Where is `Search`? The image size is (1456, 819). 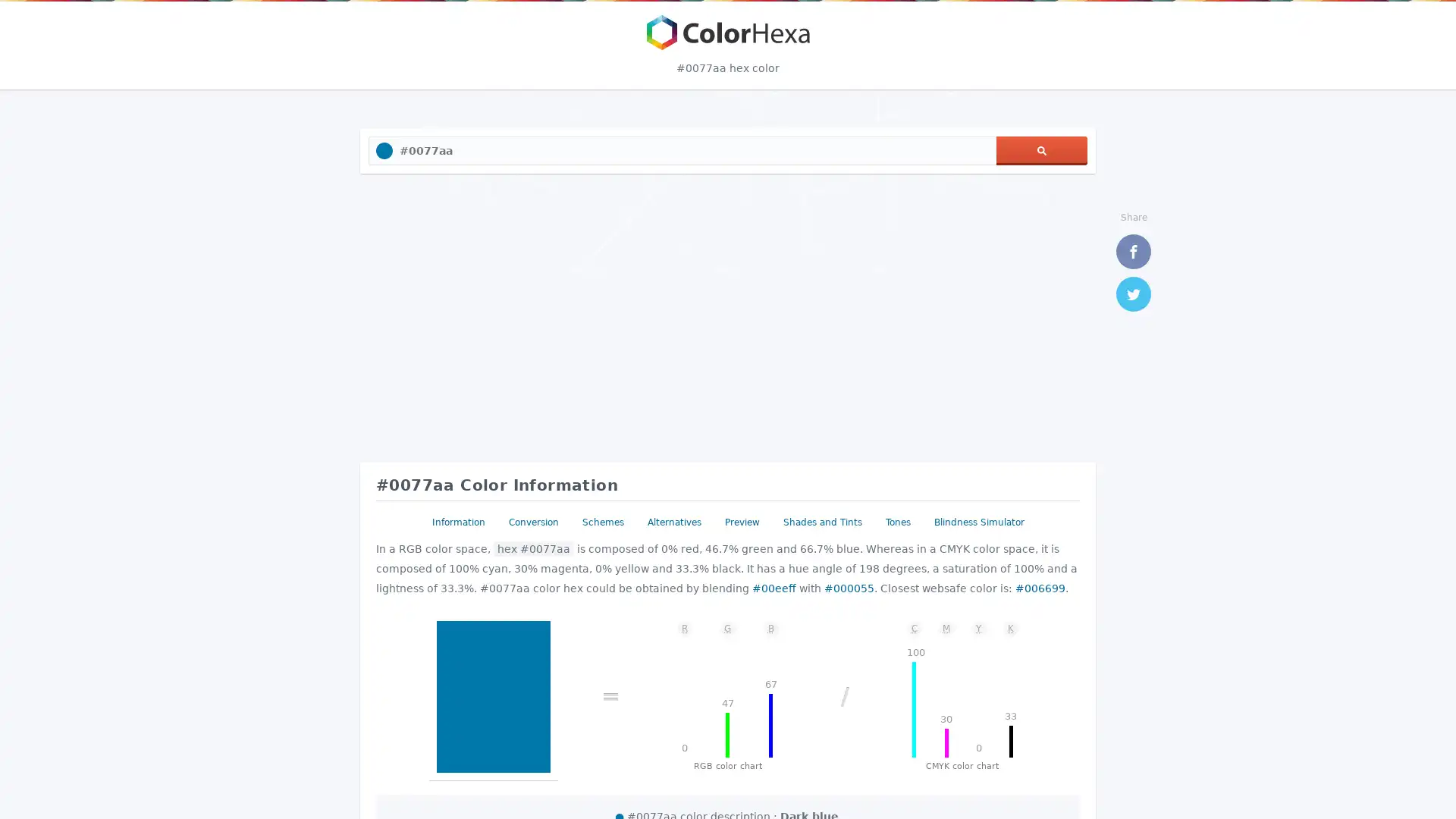 Search is located at coordinates (1040, 151).